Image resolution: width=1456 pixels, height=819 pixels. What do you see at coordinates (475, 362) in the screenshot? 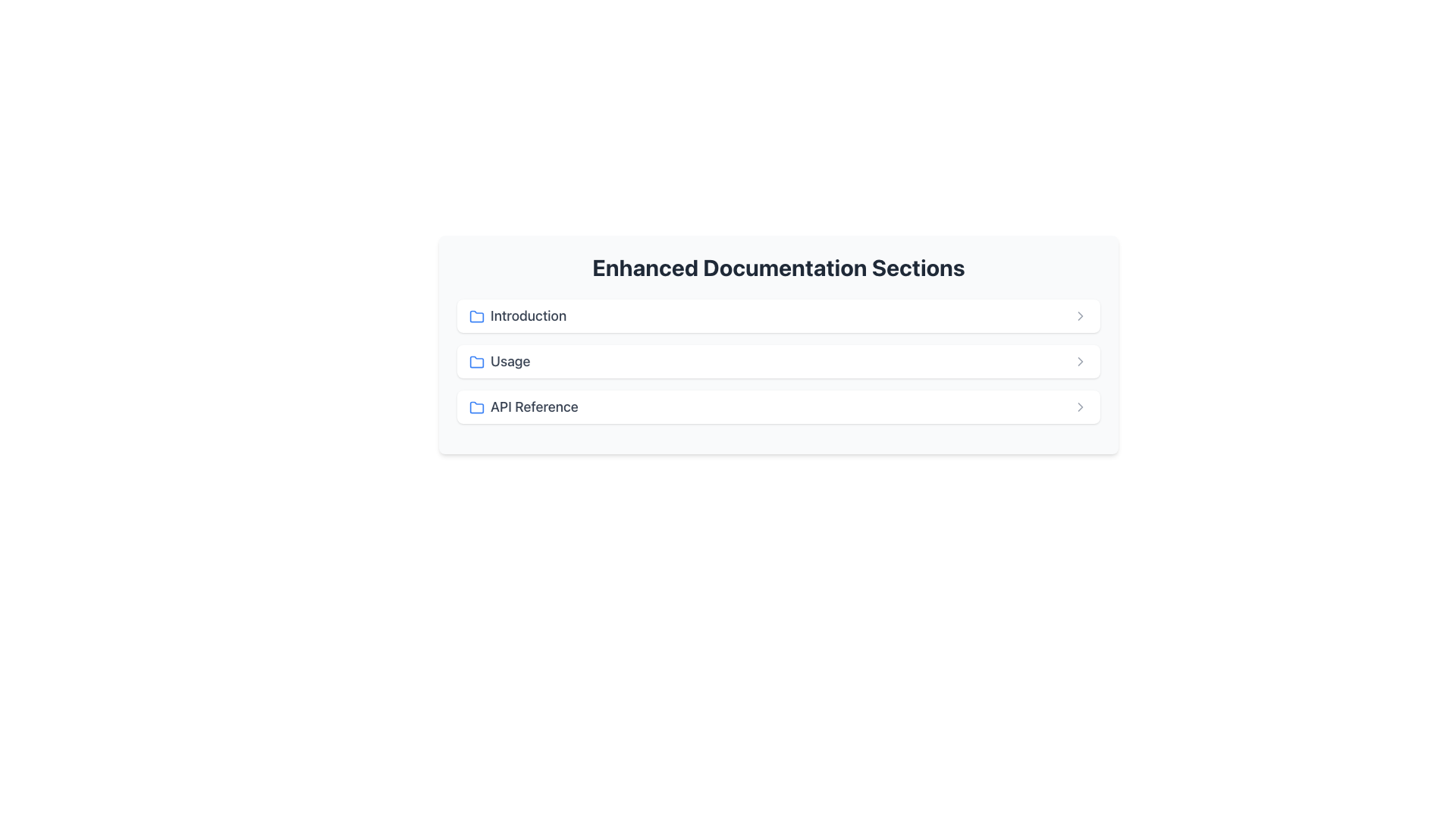
I see `the folder icon associated with the 'Usage' label` at bounding box center [475, 362].